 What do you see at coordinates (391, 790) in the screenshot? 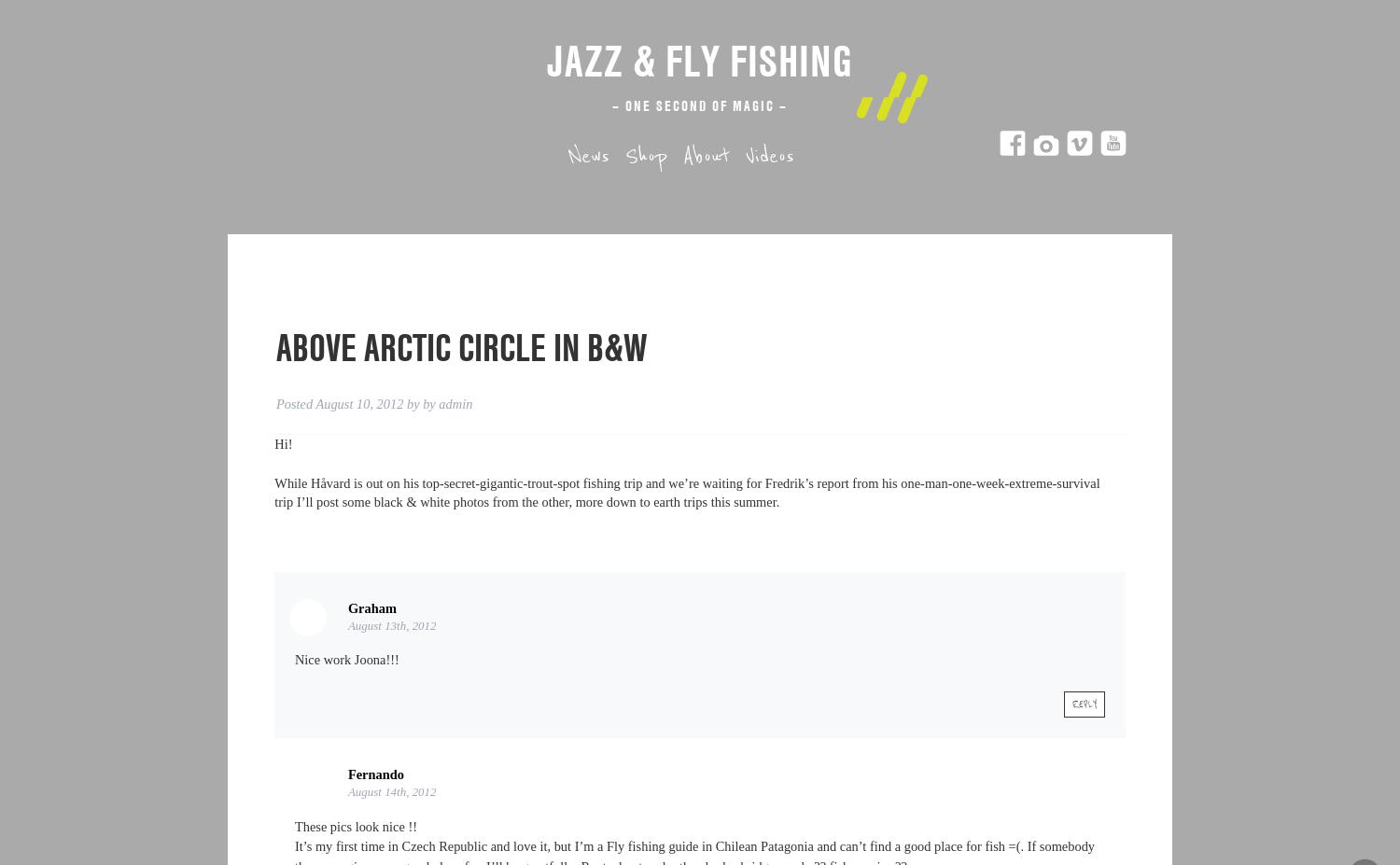
I see `'August 14th, 2012'` at bounding box center [391, 790].